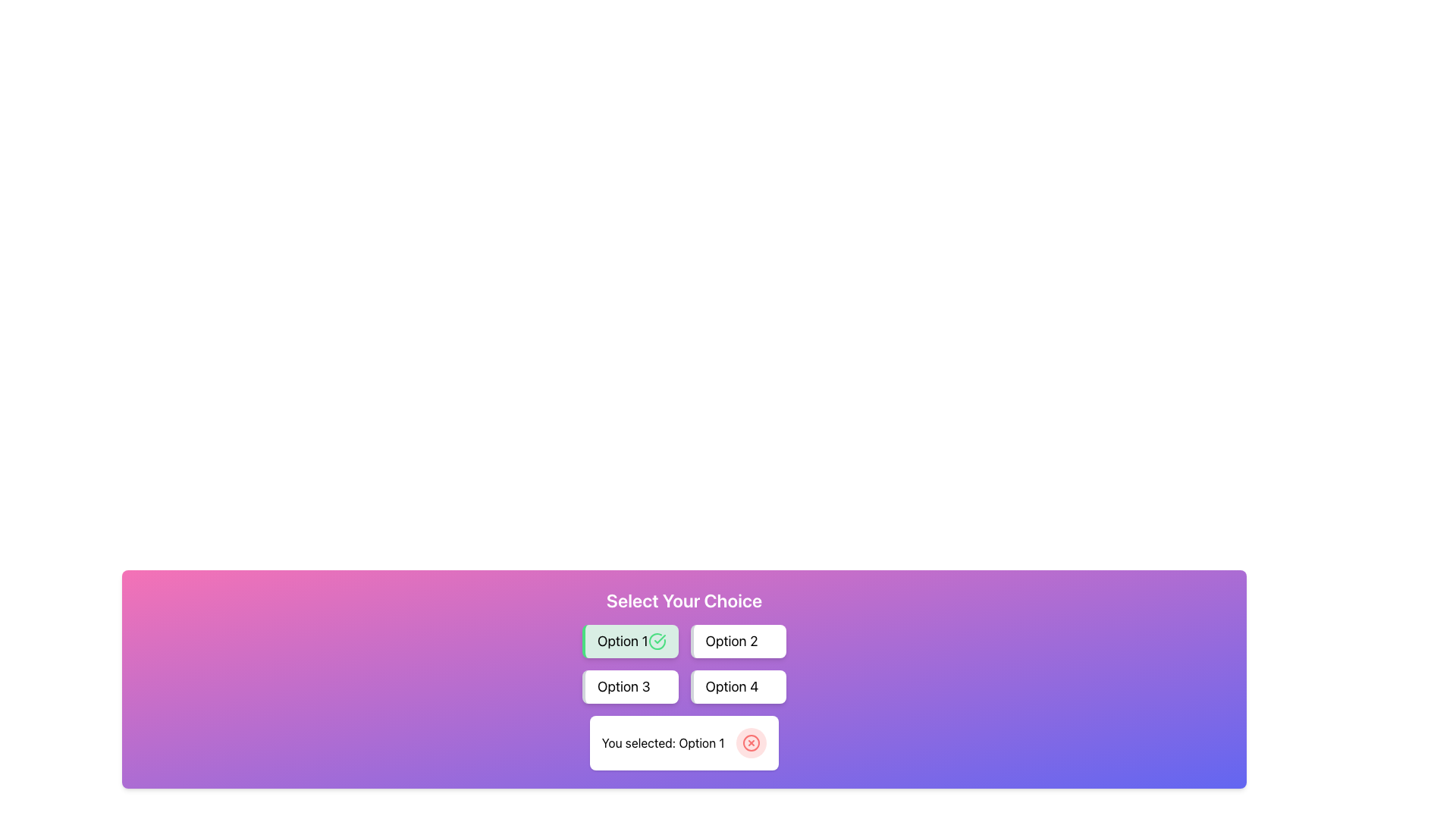 Image resolution: width=1456 pixels, height=819 pixels. Describe the element at coordinates (752, 742) in the screenshot. I see `the circular close button with a light red background and red 'X' icon, located to the right of the text 'You selected: Option 1.'` at that location.